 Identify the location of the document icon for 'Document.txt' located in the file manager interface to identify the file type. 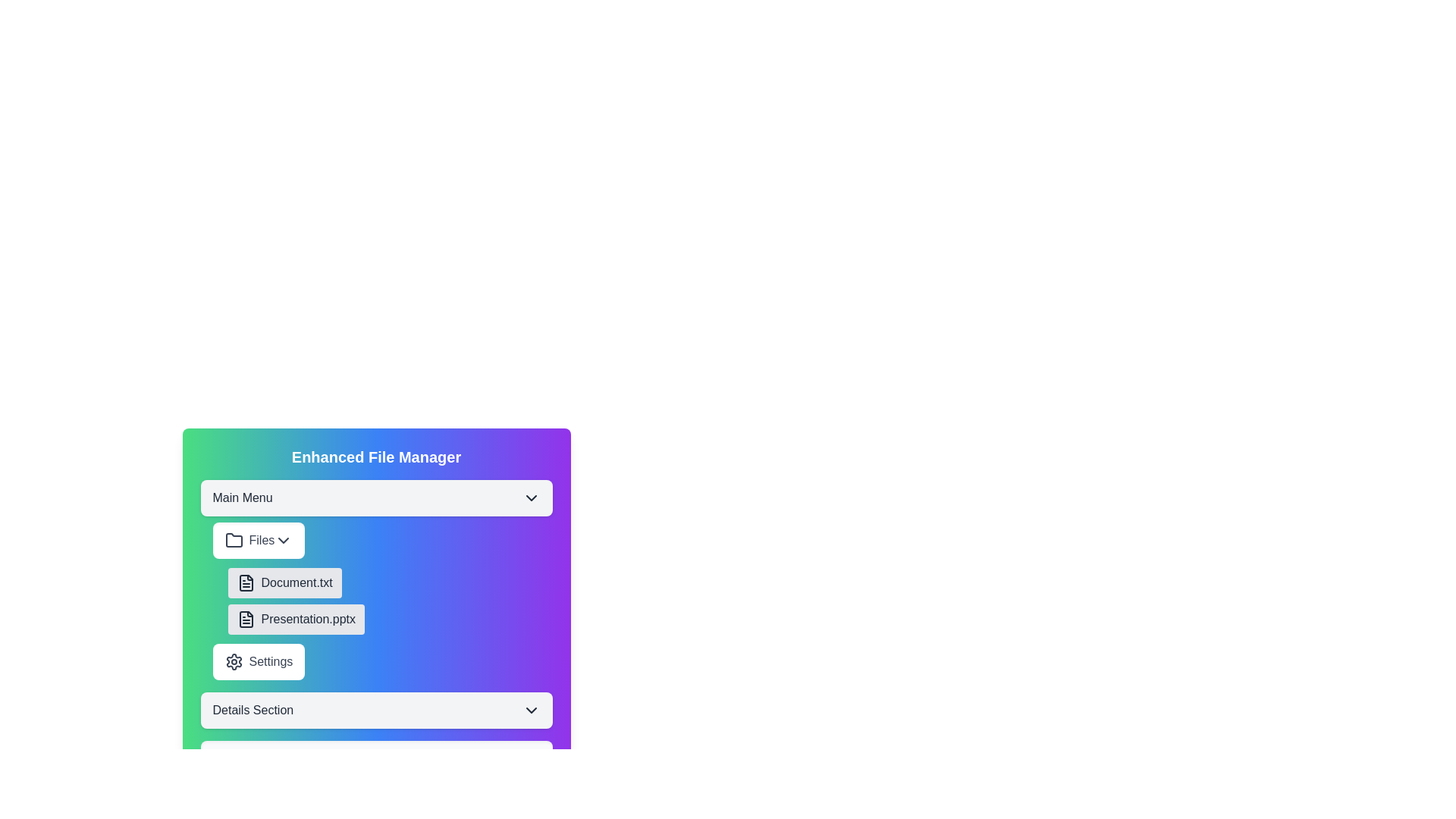
(246, 582).